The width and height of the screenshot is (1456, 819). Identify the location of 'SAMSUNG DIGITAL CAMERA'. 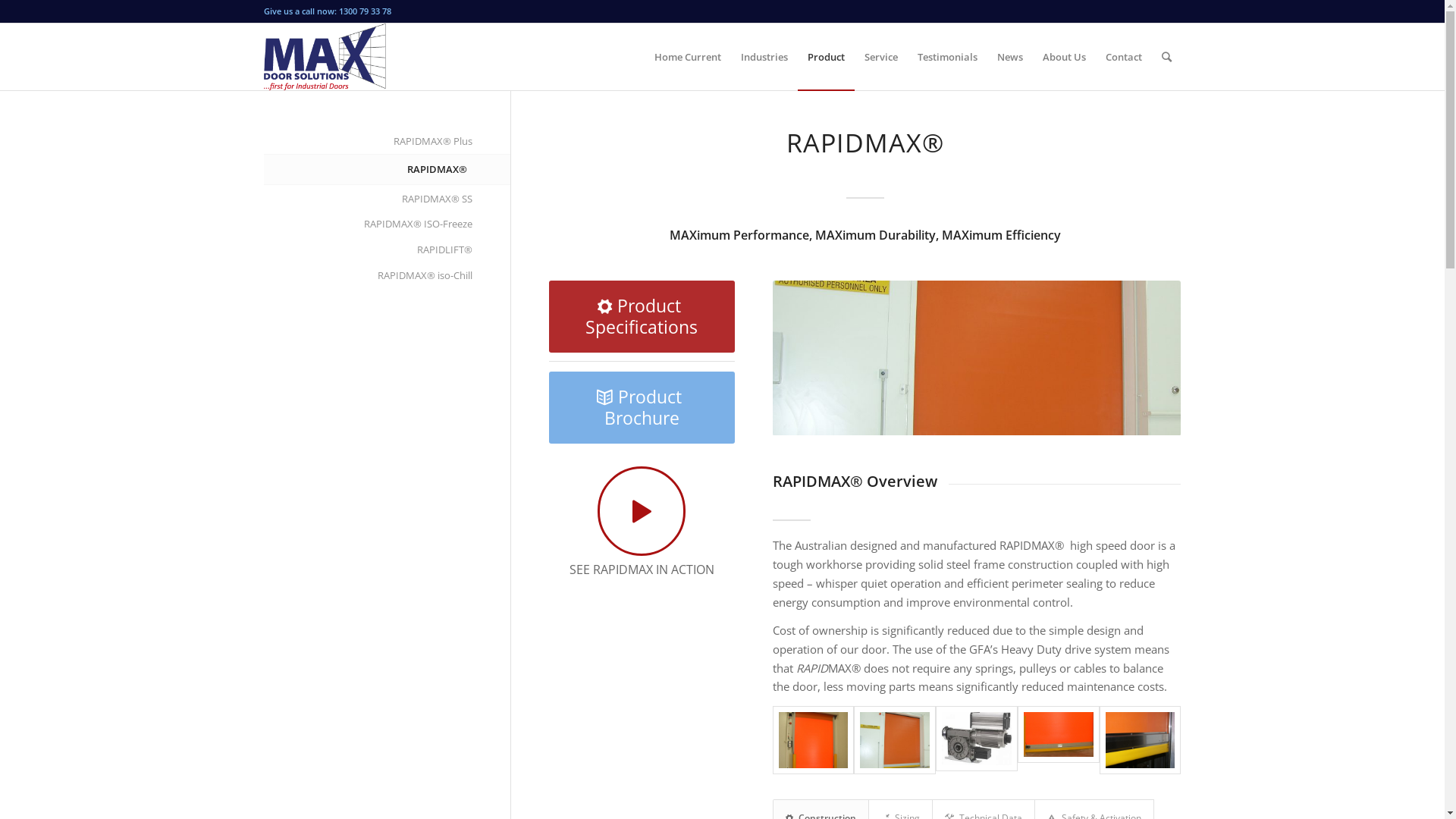
(977, 358).